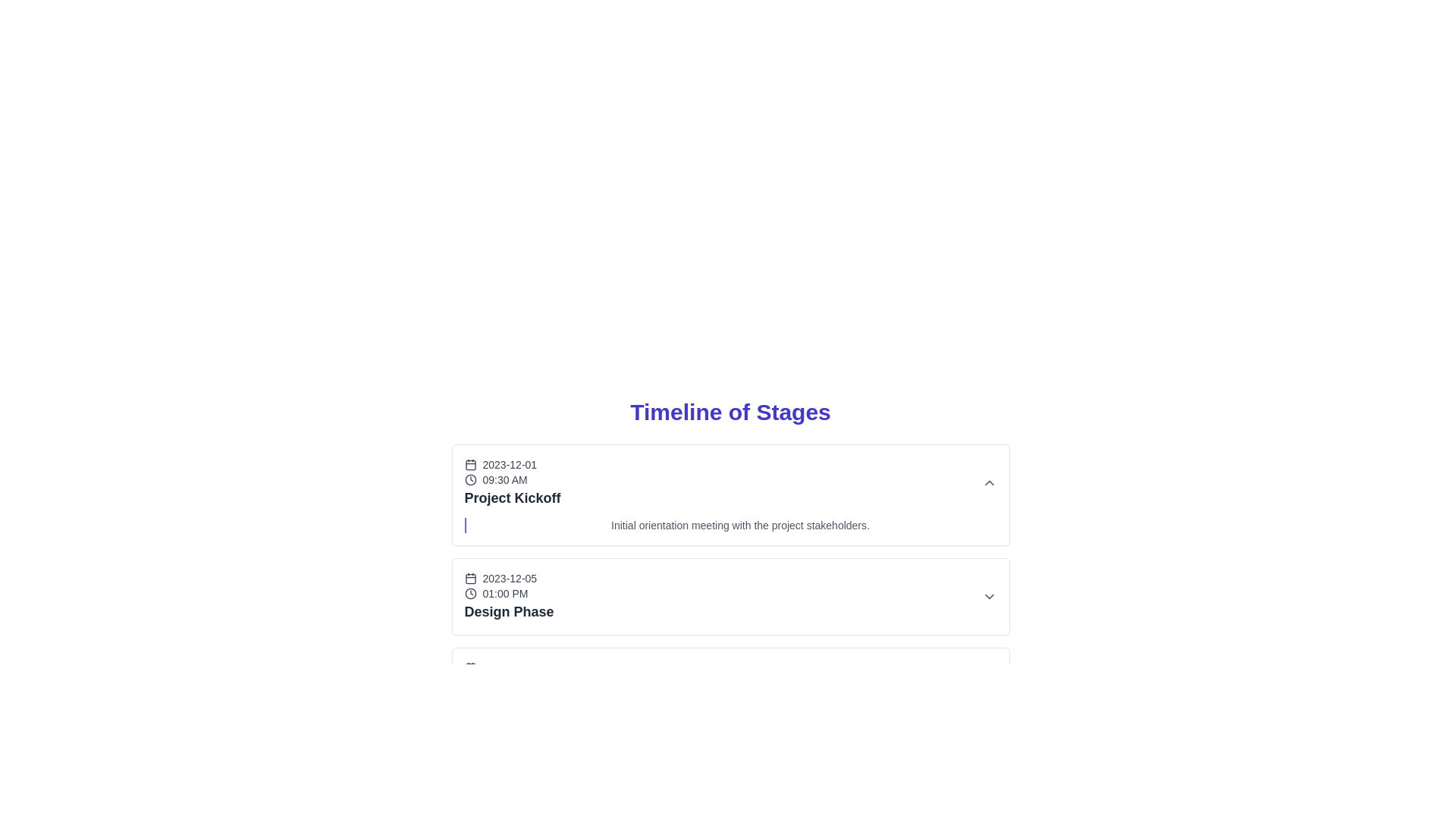 The height and width of the screenshot is (819, 1456). What do you see at coordinates (740, 525) in the screenshot?
I see `the Text label displaying 'Initial orientation meeting with the project stakeholders.' located under the 'Project Kickoff' section` at bounding box center [740, 525].